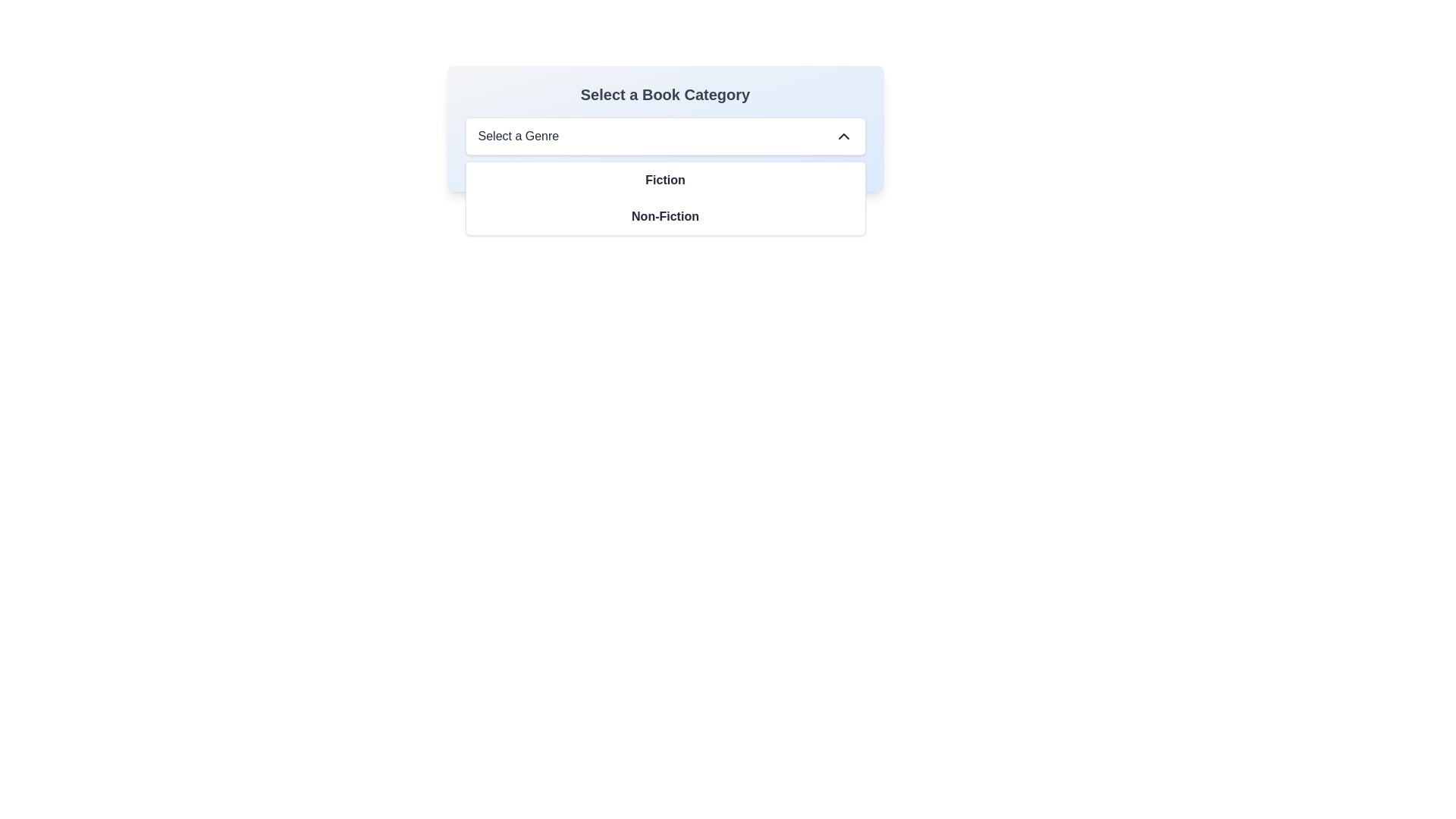  Describe the element at coordinates (665, 216) in the screenshot. I see `the 'Non-Fiction' menu option in the 'Select a Genre' dropdown` at that location.